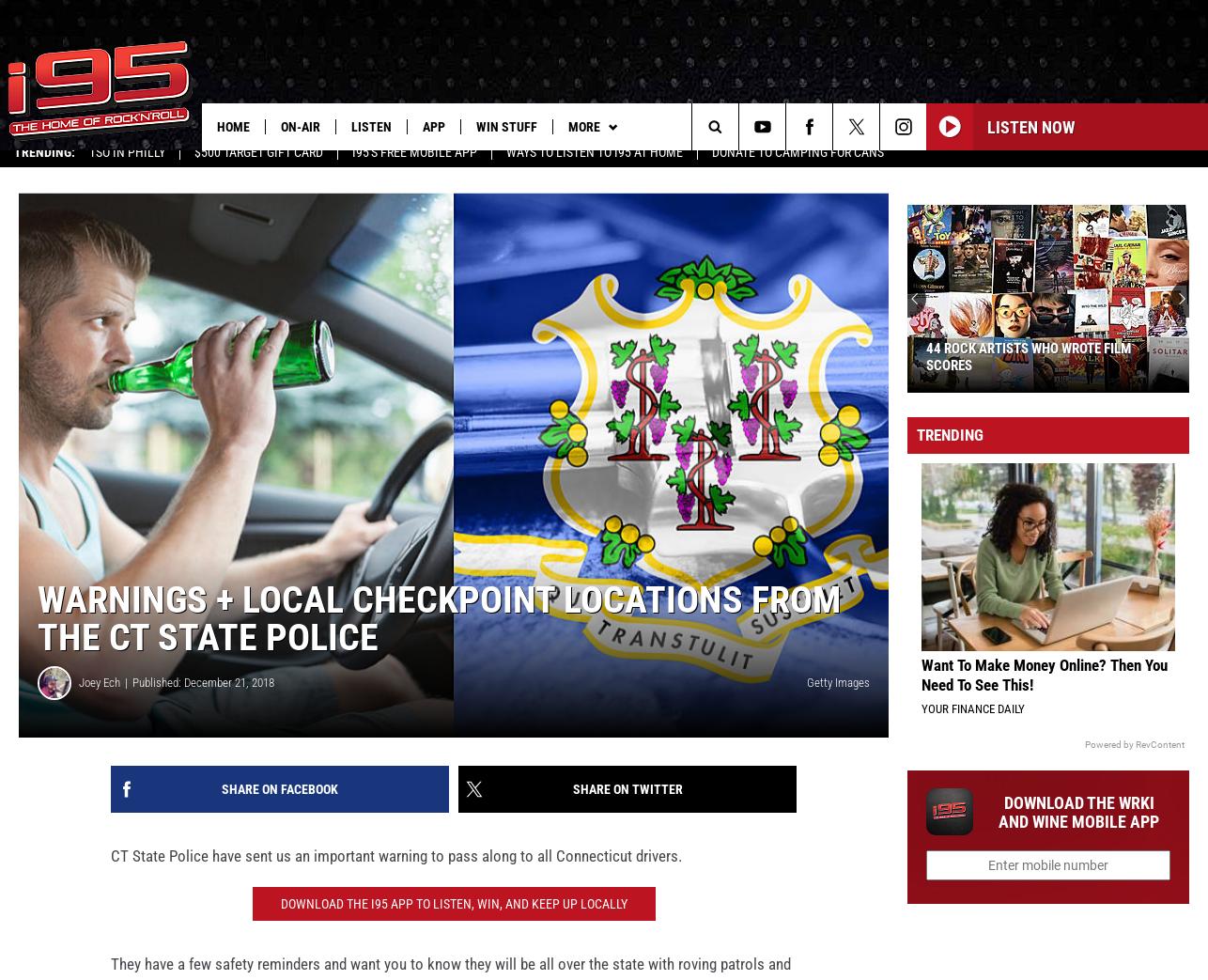  Describe the element at coordinates (433, 126) in the screenshot. I see `'App'` at that location.